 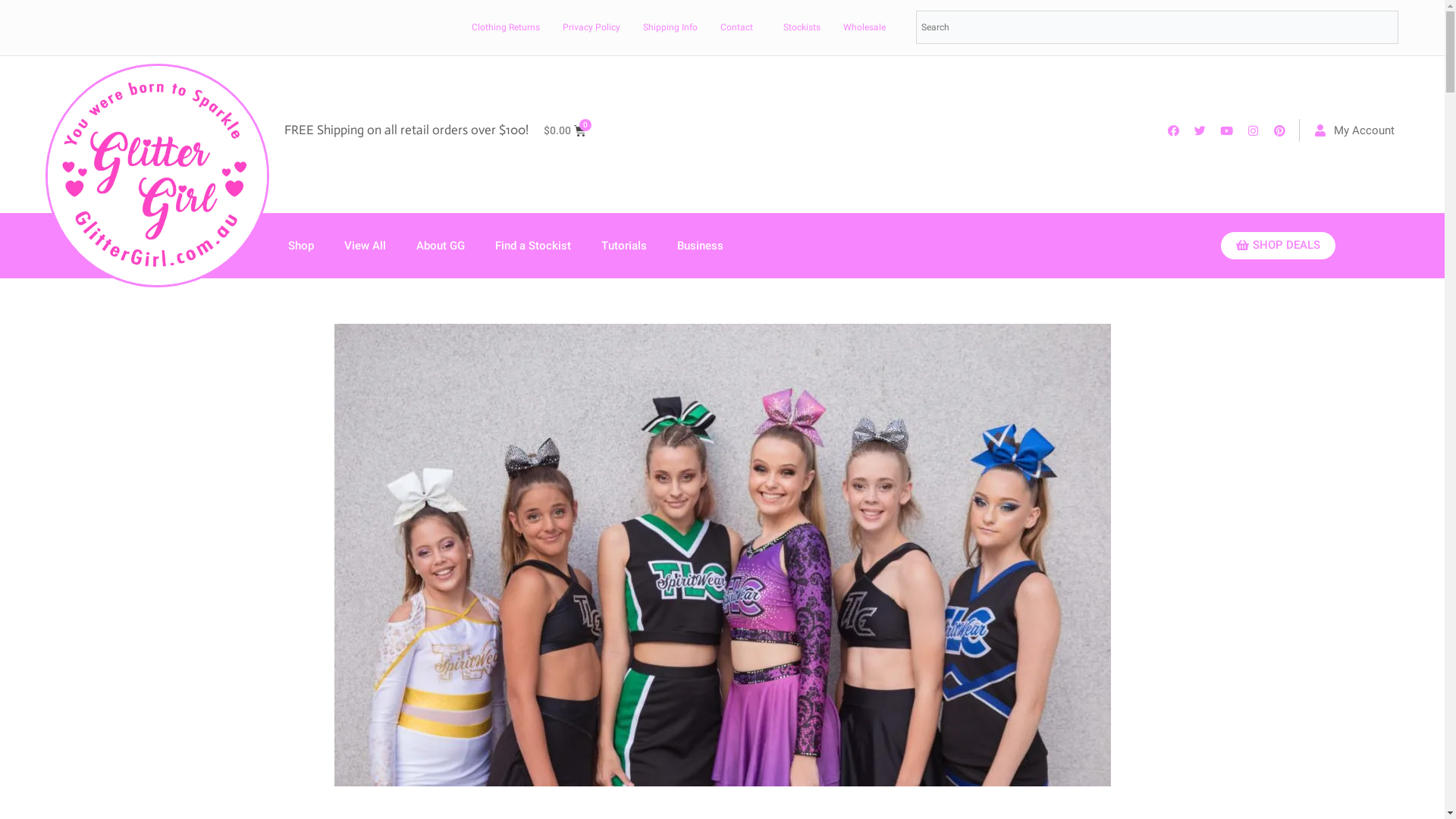 What do you see at coordinates (864, 27) in the screenshot?
I see `'Wholesale'` at bounding box center [864, 27].